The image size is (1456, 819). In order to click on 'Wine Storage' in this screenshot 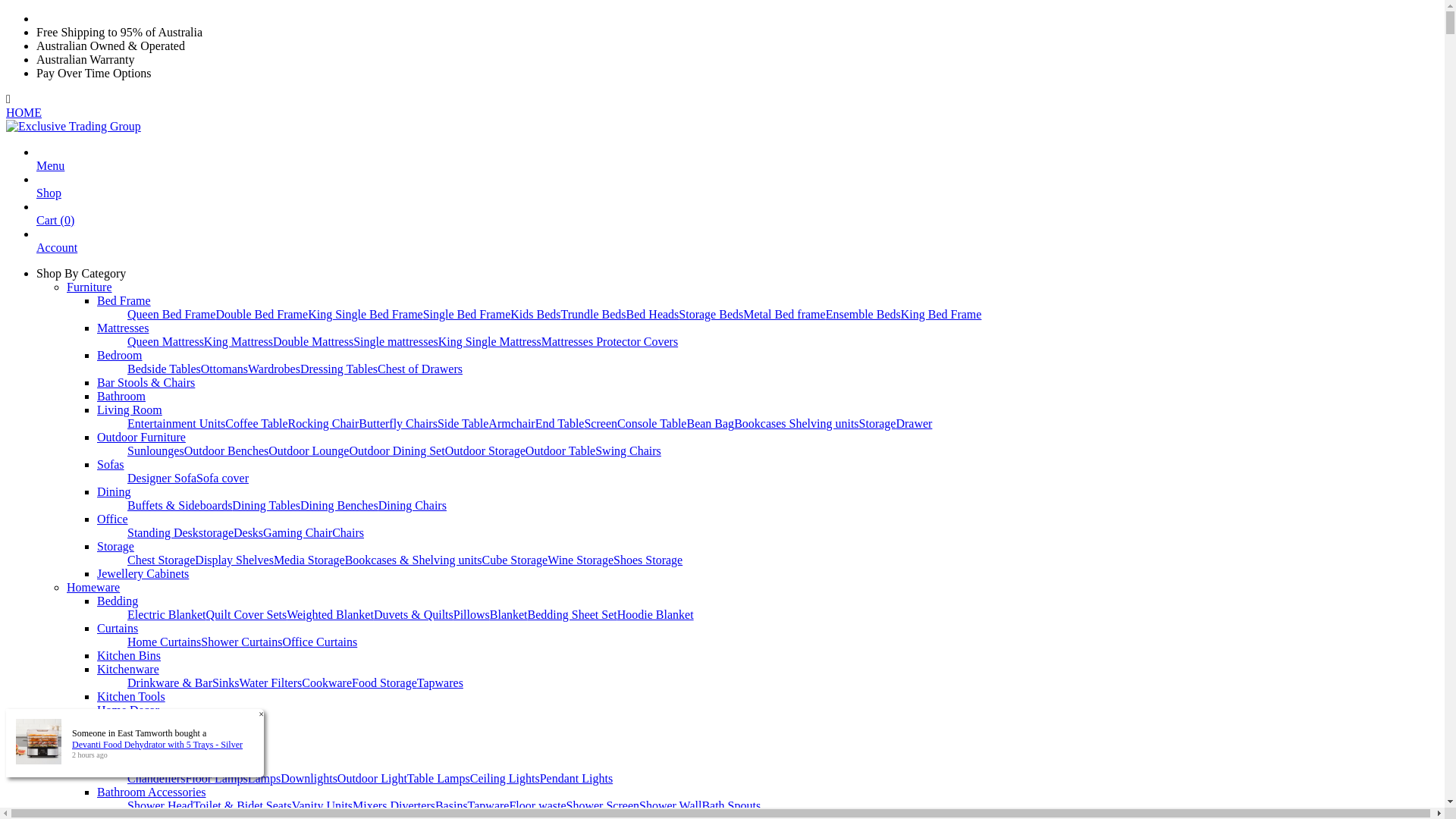, I will do `click(579, 560)`.